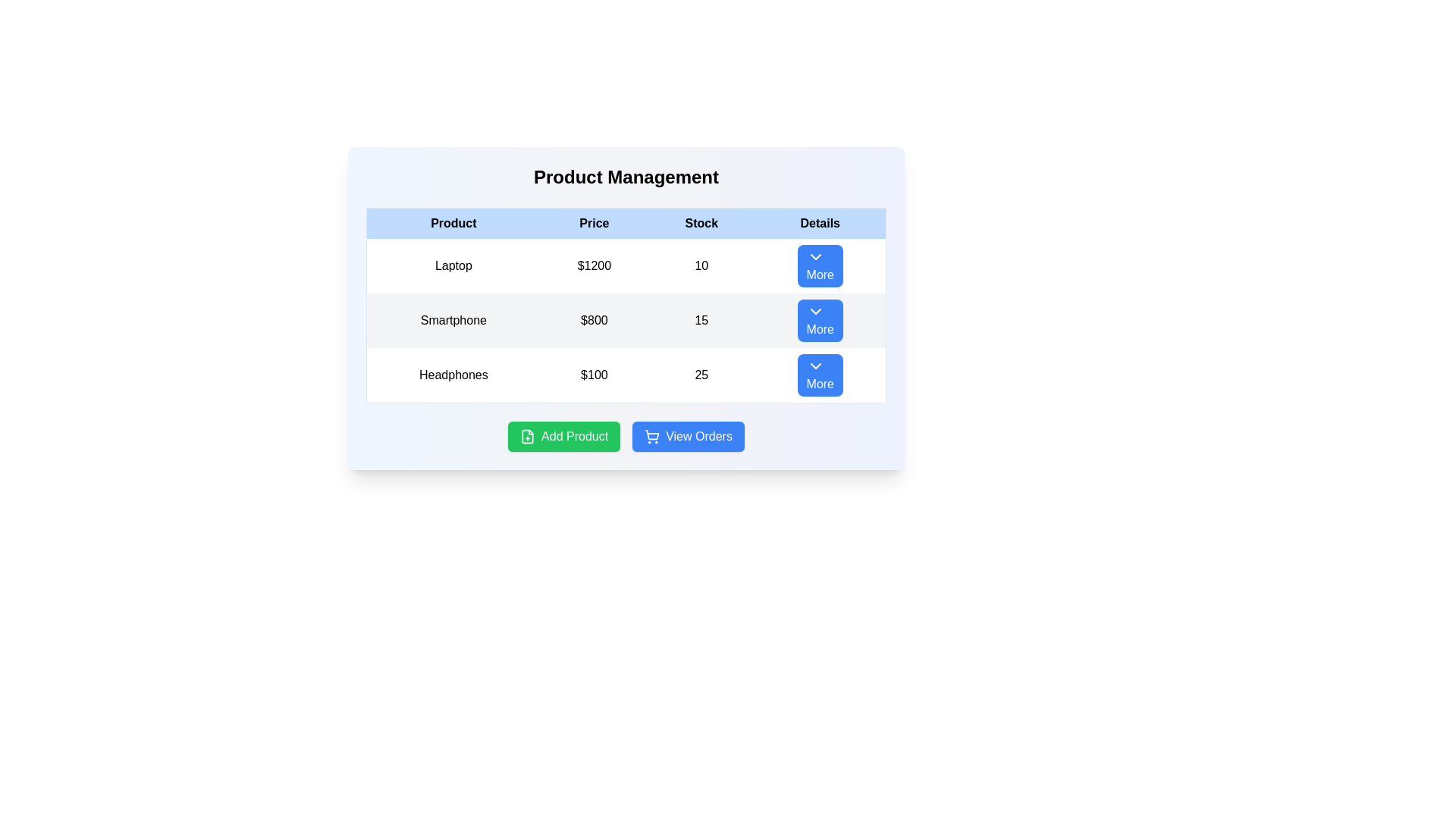 Image resolution: width=1456 pixels, height=819 pixels. Describe the element at coordinates (528, 436) in the screenshot. I see `the decorative icon located within the 'Add Product' button in the footer section, positioned before the text label` at that location.